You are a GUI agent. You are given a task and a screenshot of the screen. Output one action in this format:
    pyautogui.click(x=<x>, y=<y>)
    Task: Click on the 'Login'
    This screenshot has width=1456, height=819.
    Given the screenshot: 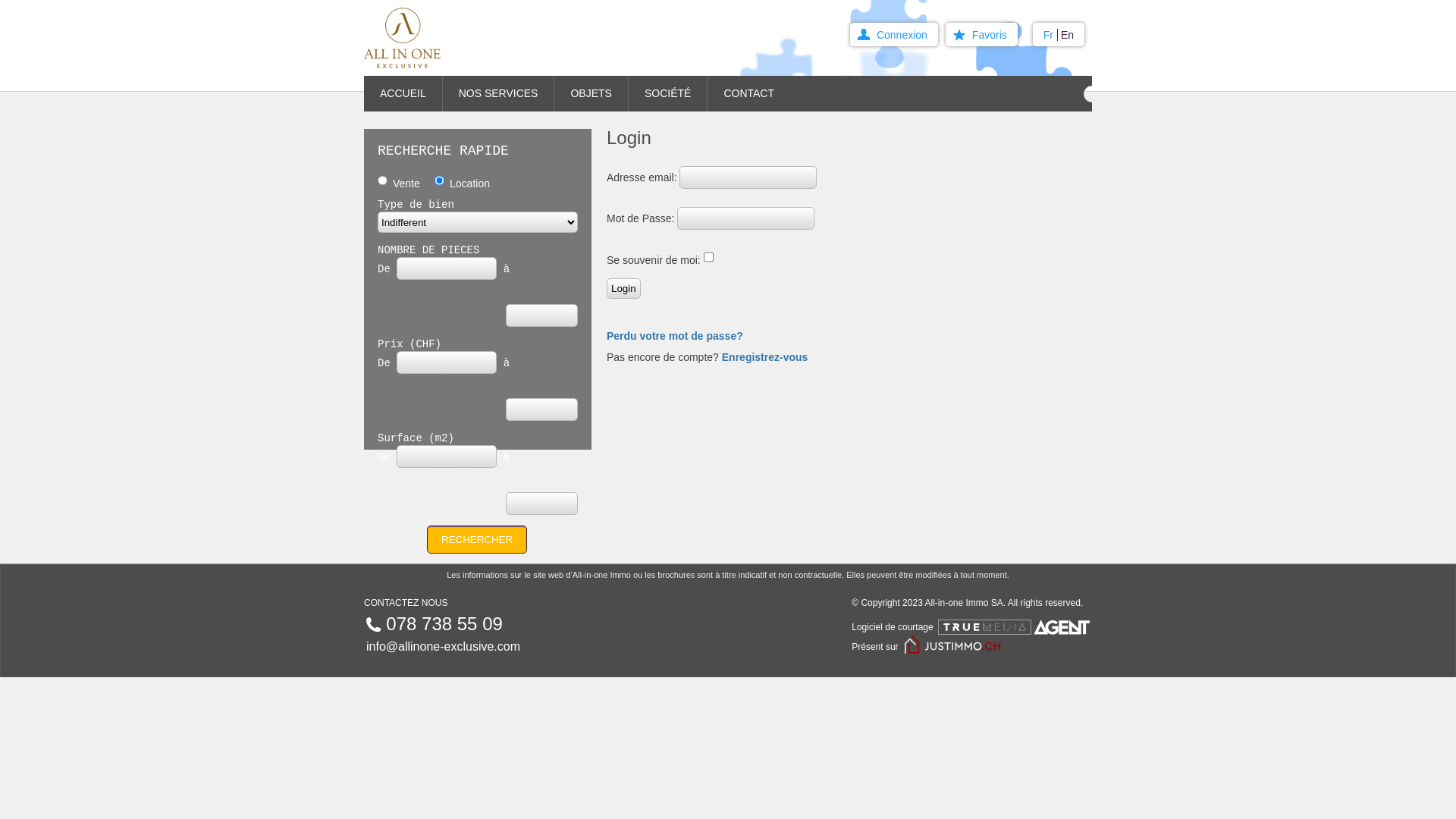 What is the action you would take?
    pyautogui.click(x=623, y=288)
    